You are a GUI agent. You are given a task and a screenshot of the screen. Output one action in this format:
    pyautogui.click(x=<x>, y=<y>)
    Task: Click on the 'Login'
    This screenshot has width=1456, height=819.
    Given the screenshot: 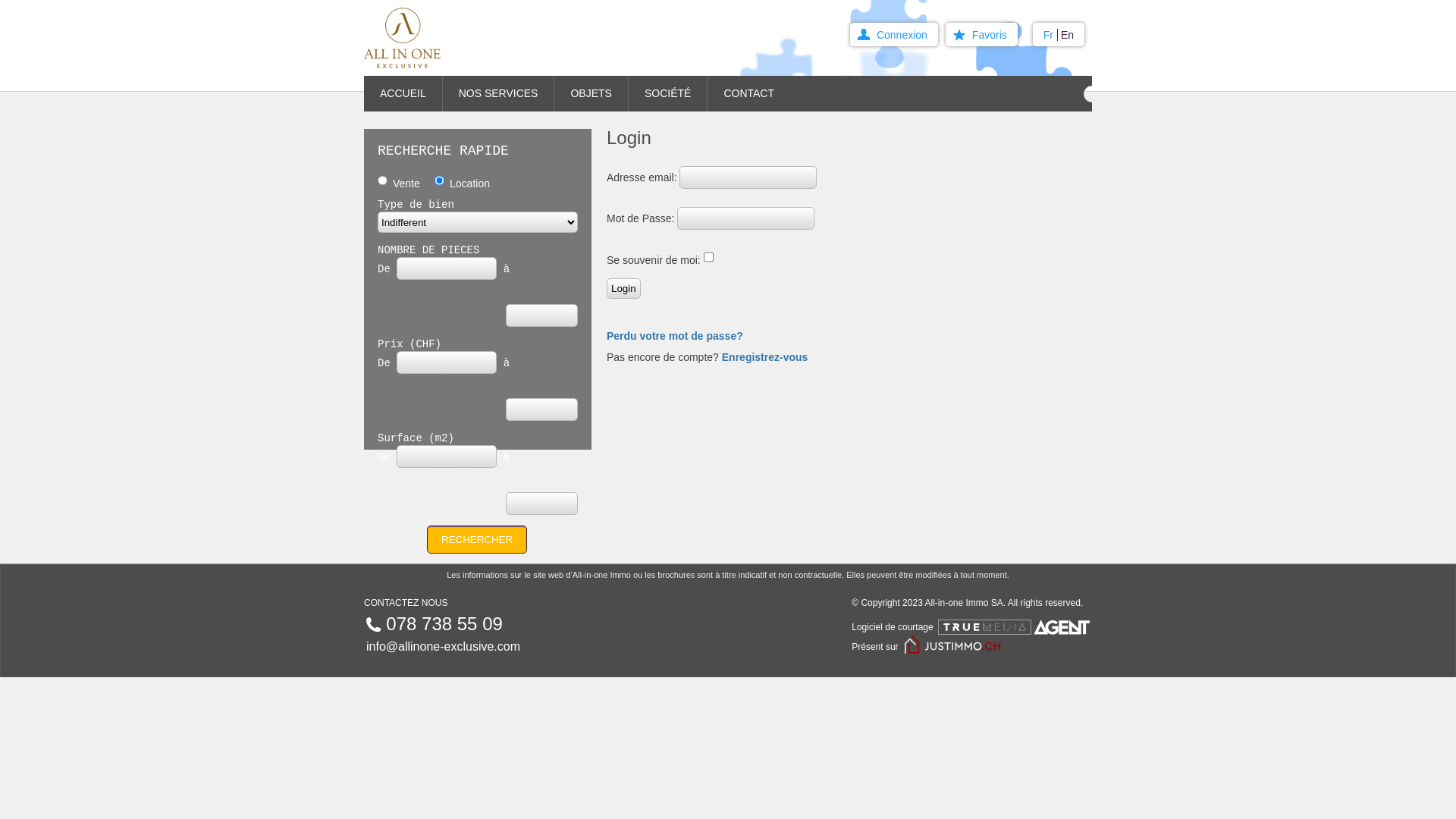 What is the action you would take?
    pyautogui.click(x=623, y=288)
    